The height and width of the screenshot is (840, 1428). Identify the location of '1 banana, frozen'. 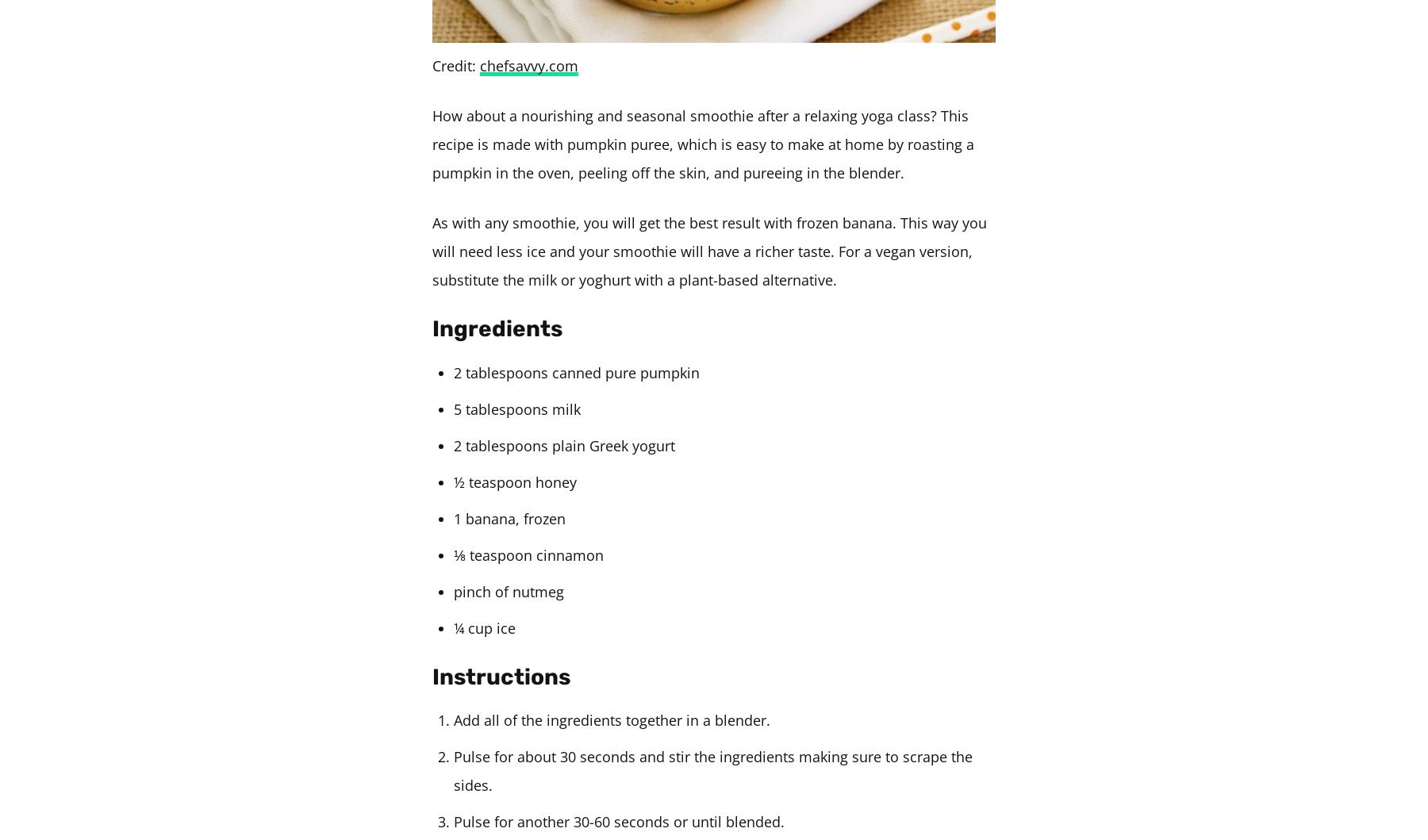
(509, 517).